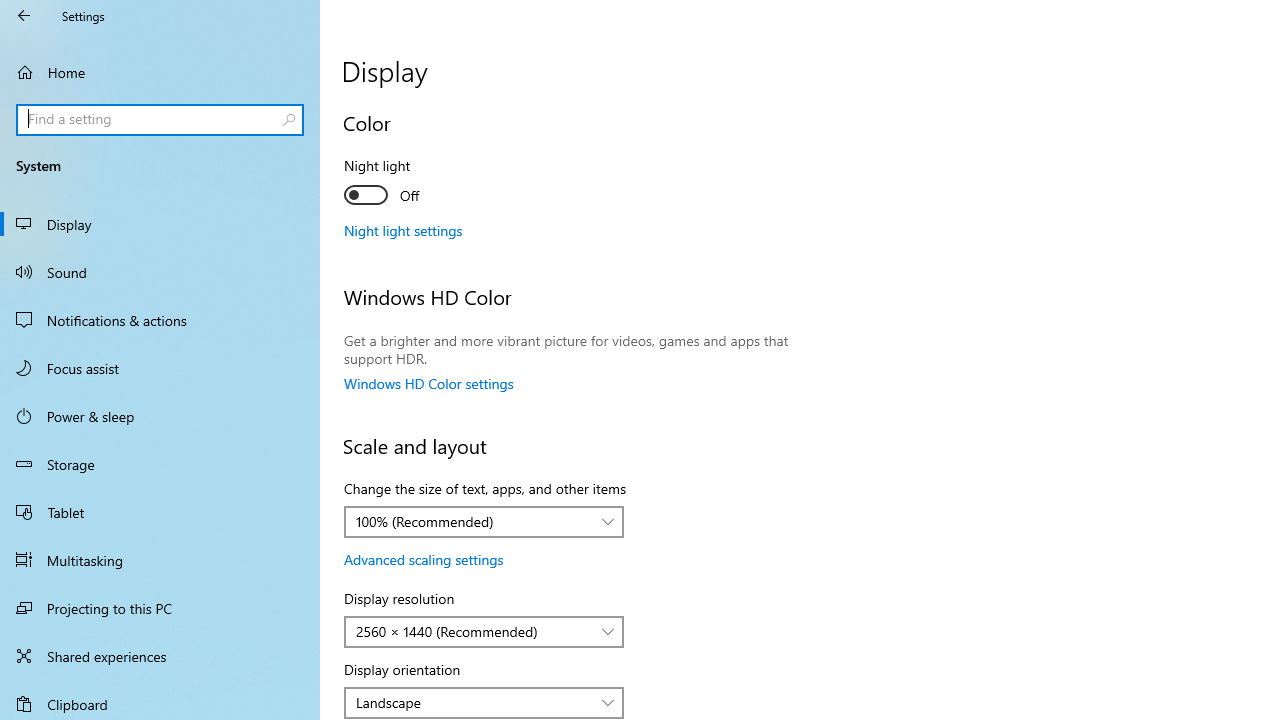 Image resolution: width=1280 pixels, height=720 pixels. I want to click on 'Notifications & actions', so click(160, 319).